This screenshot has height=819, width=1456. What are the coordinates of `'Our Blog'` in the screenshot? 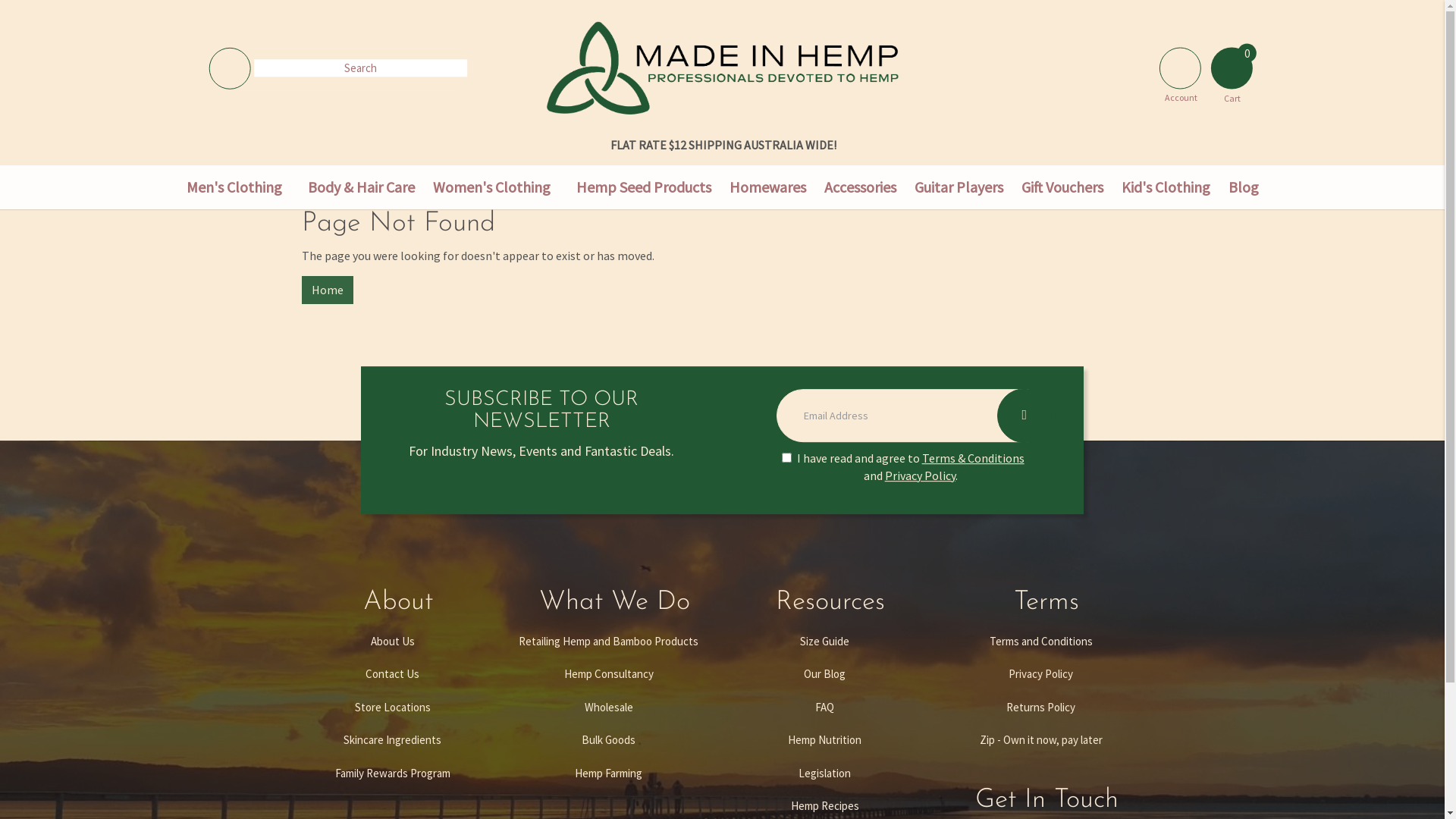 It's located at (823, 673).